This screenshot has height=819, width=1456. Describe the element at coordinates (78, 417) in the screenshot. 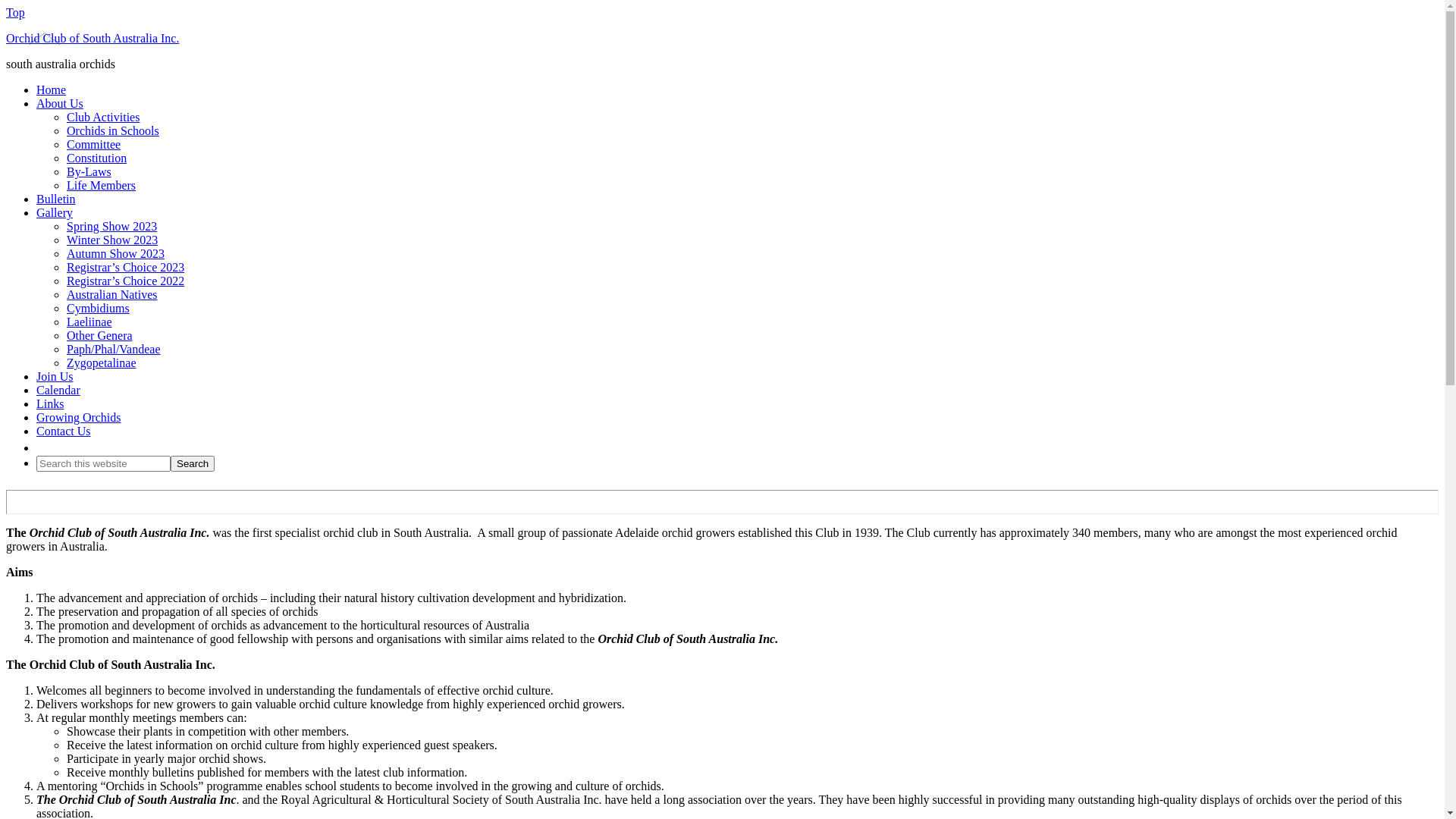

I see `'Growing Orchids'` at that location.